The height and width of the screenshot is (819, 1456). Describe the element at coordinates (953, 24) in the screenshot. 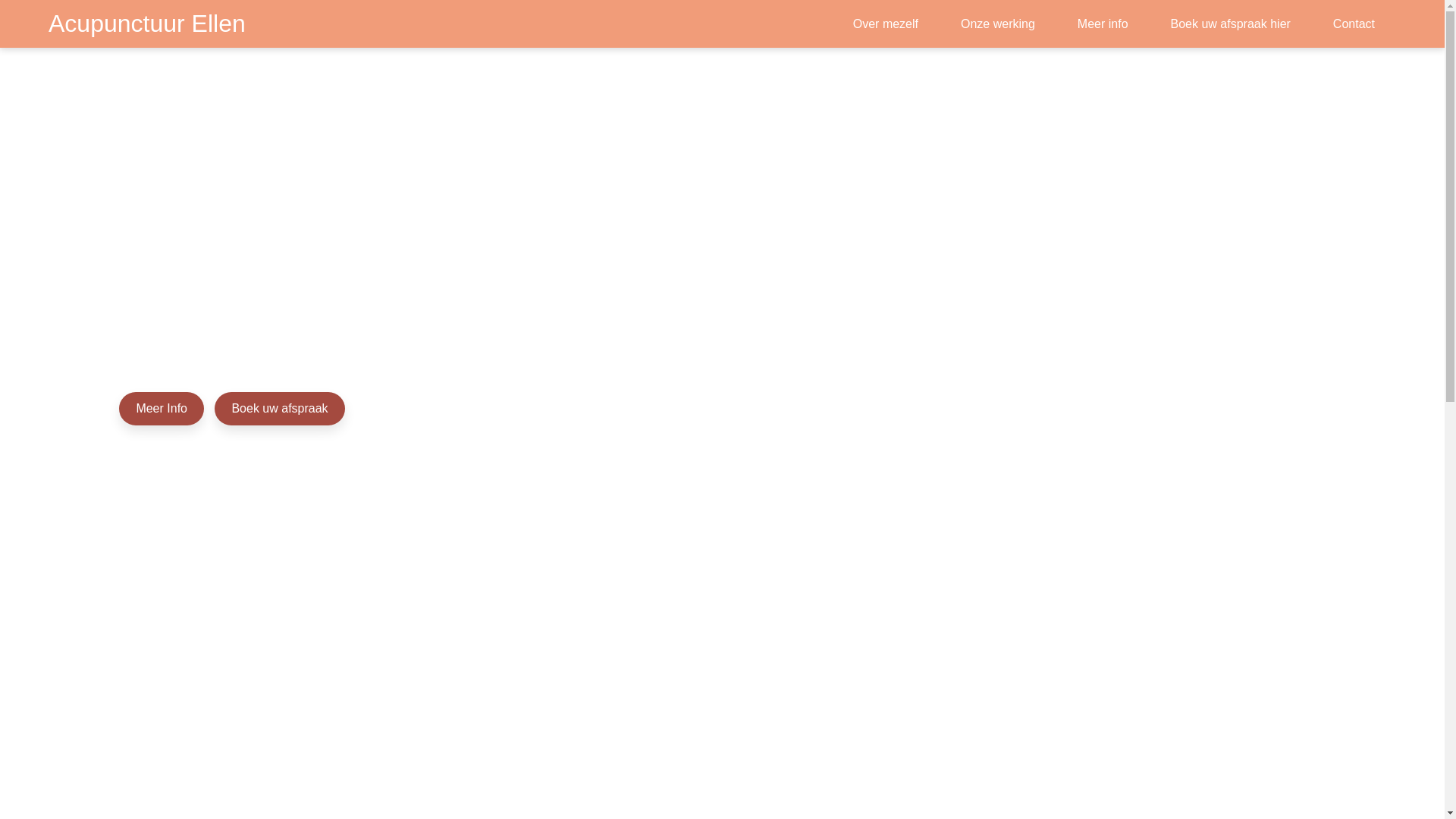

I see `'Onze werking'` at that location.